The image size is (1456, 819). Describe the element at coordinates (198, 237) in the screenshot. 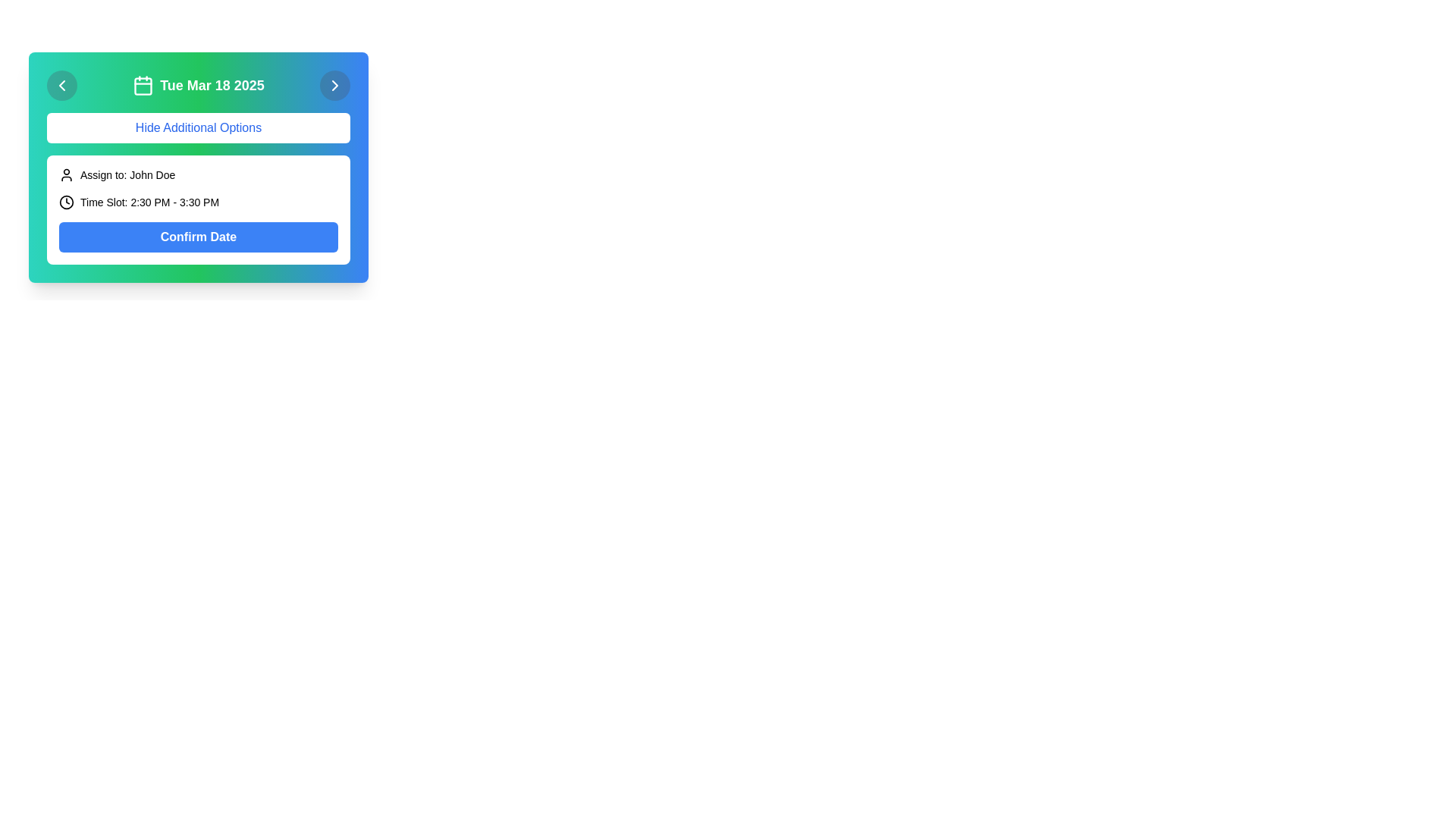

I see `the blue rectangular button labeled 'Confirm Date'` at that location.